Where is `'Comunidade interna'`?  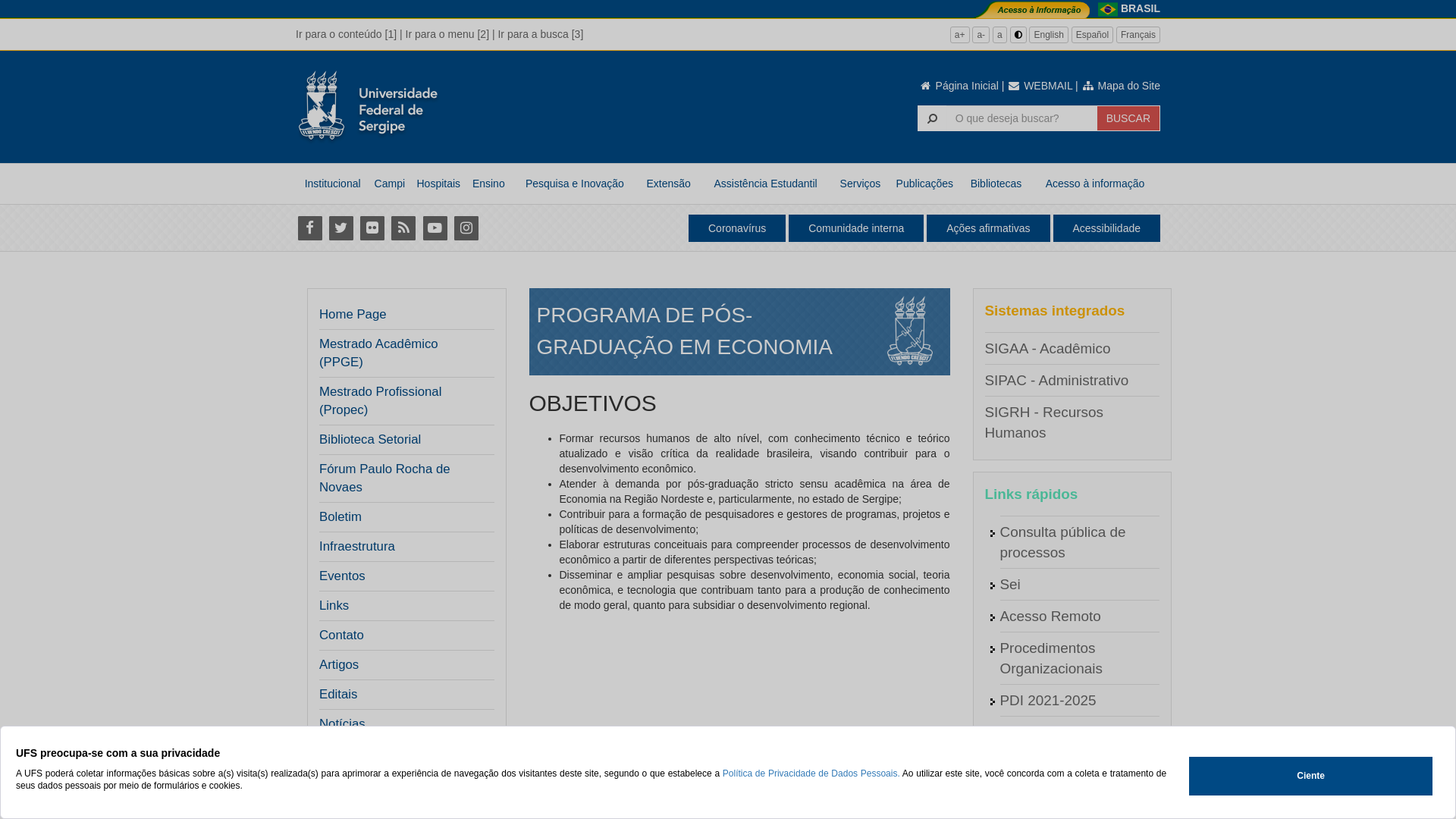 'Comunidade interna' is located at coordinates (855, 227).